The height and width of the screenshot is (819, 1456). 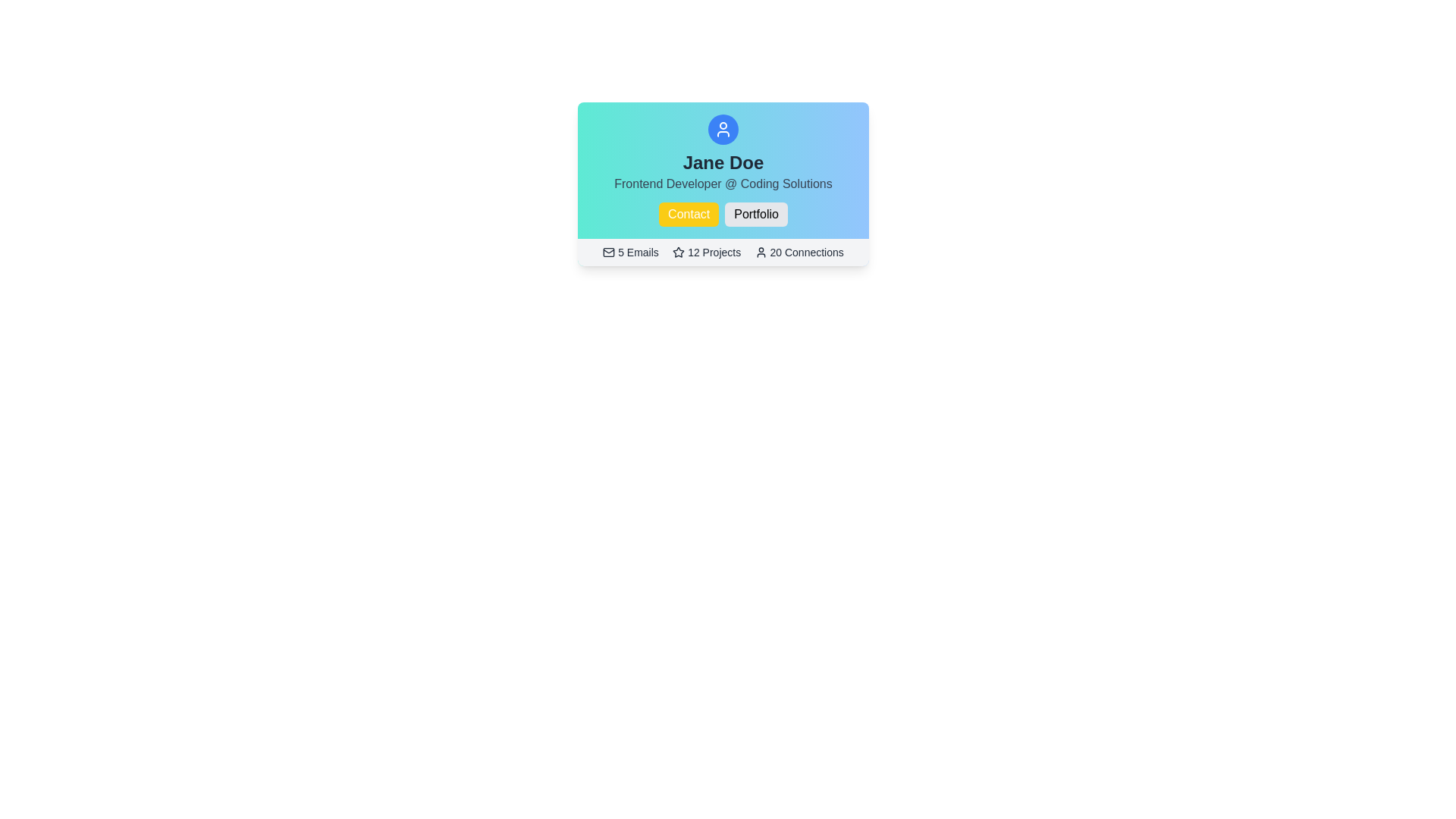 What do you see at coordinates (723, 251) in the screenshot?
I see `one of the interactive category icons located in the text group directly below the colored card displaying 'Jane Doe'` at bounding box center [723, 251].